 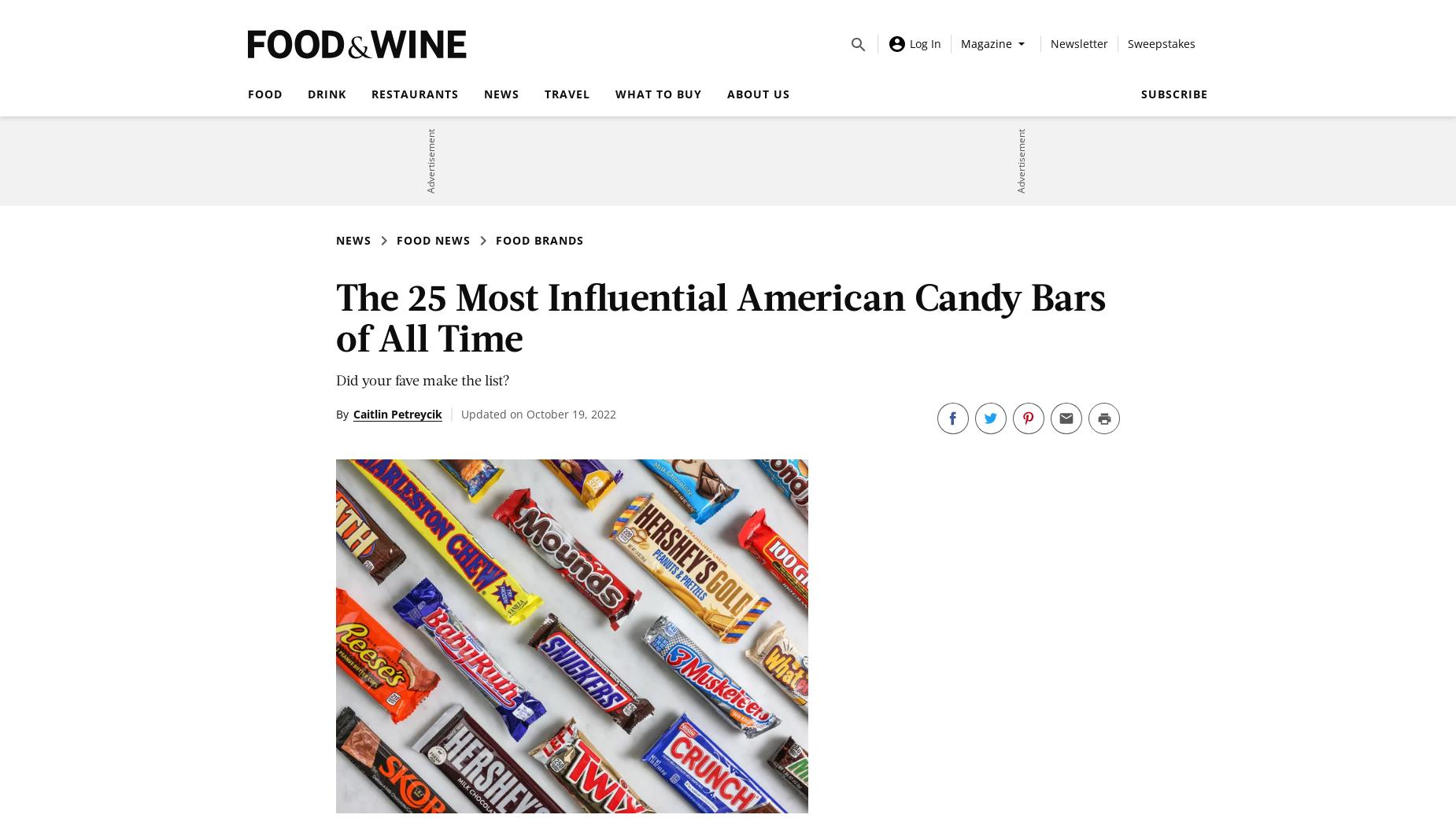 What do you see at coordinates (264, 93) in the screenshot?
I see `'Food'` at bounding box center [264, 93].